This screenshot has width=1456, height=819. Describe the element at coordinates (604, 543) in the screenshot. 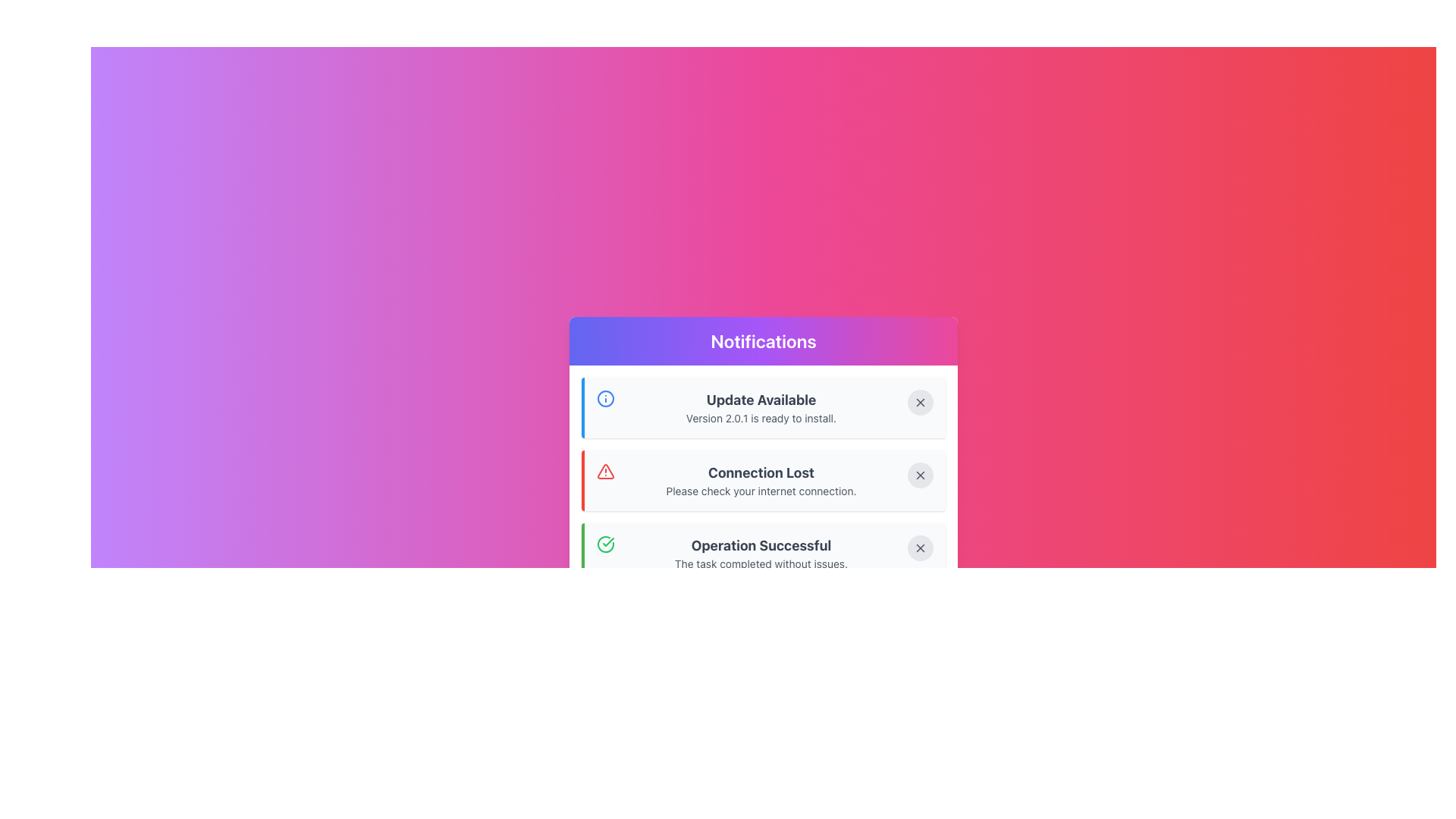

I see `the graphical checkmark icon indicating a successful operation located` at that location.